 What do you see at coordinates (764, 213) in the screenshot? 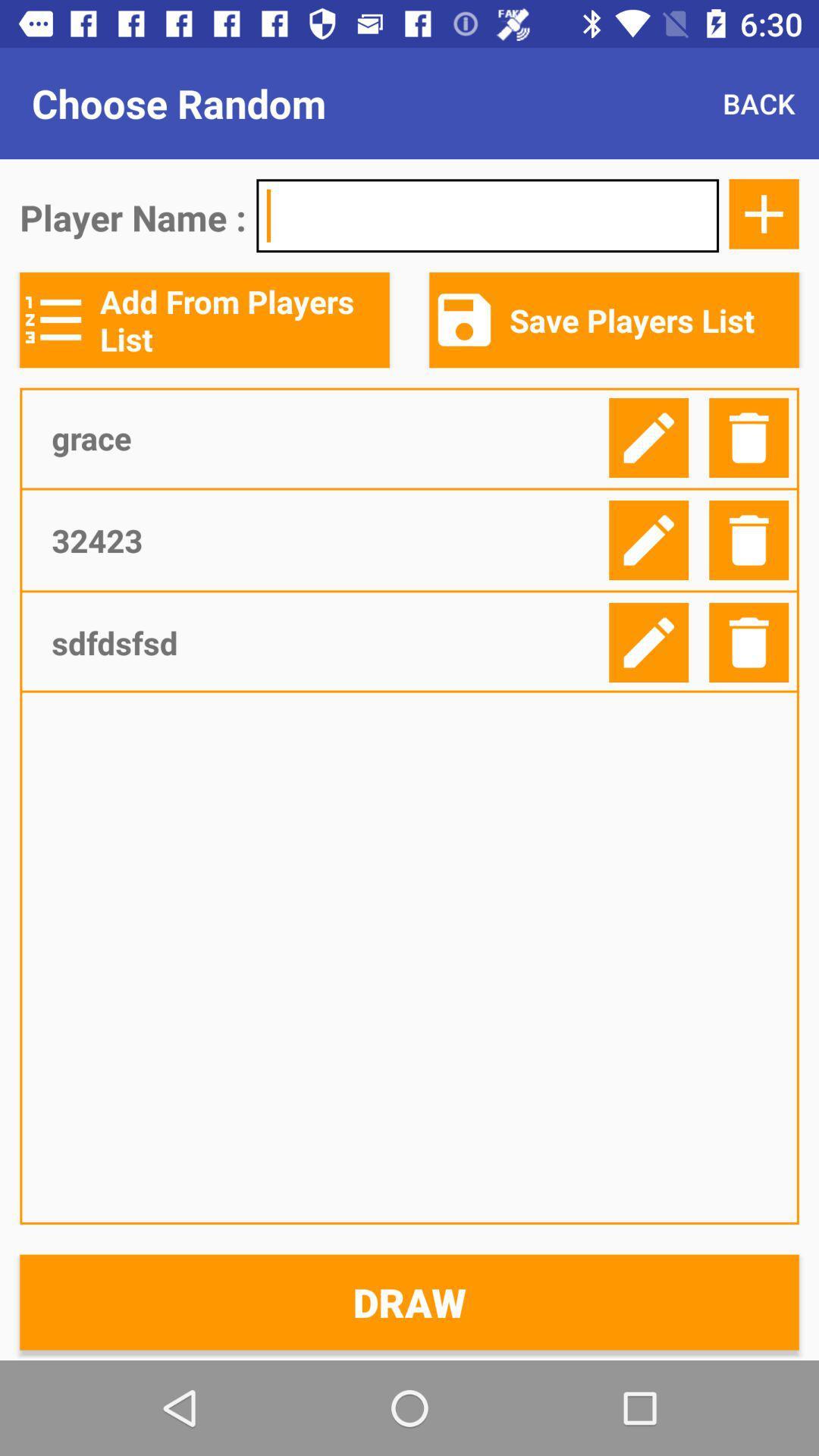
I see `the add icon` at bounding box center [764, 213].